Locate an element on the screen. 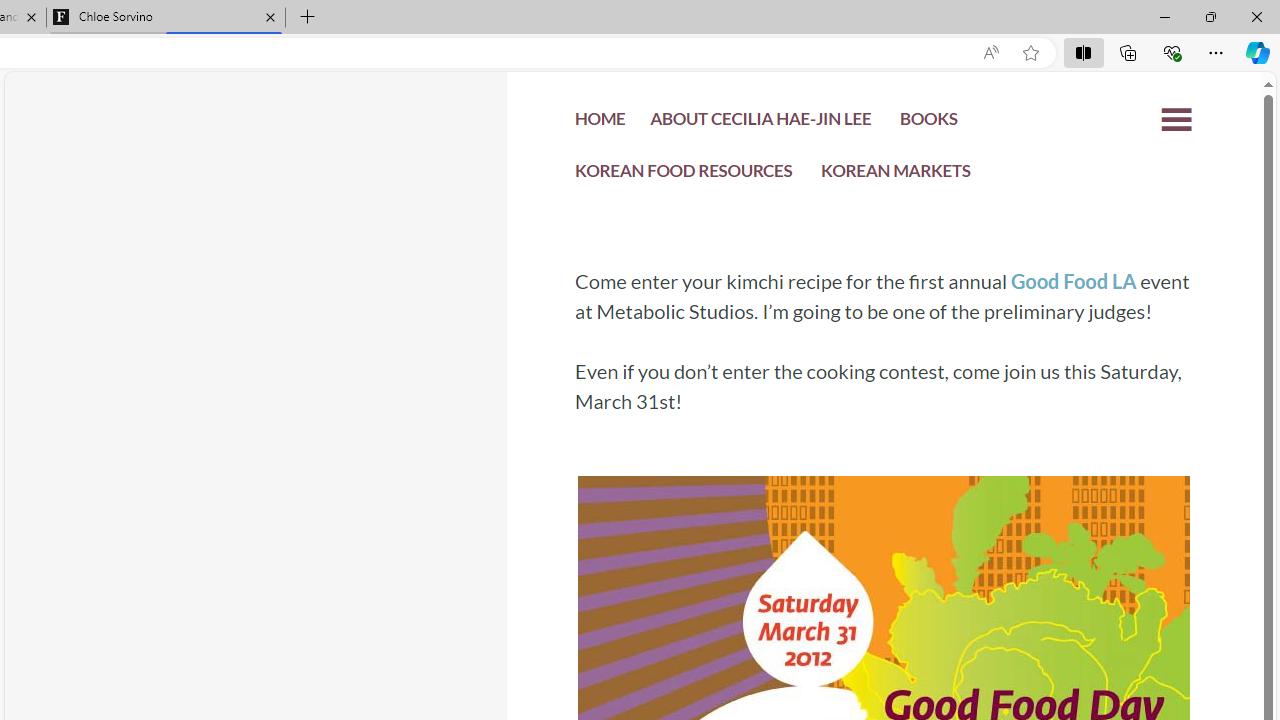 The image size is (1280, 720). 'Good Food LA' is located at coordinates (1072, 281).